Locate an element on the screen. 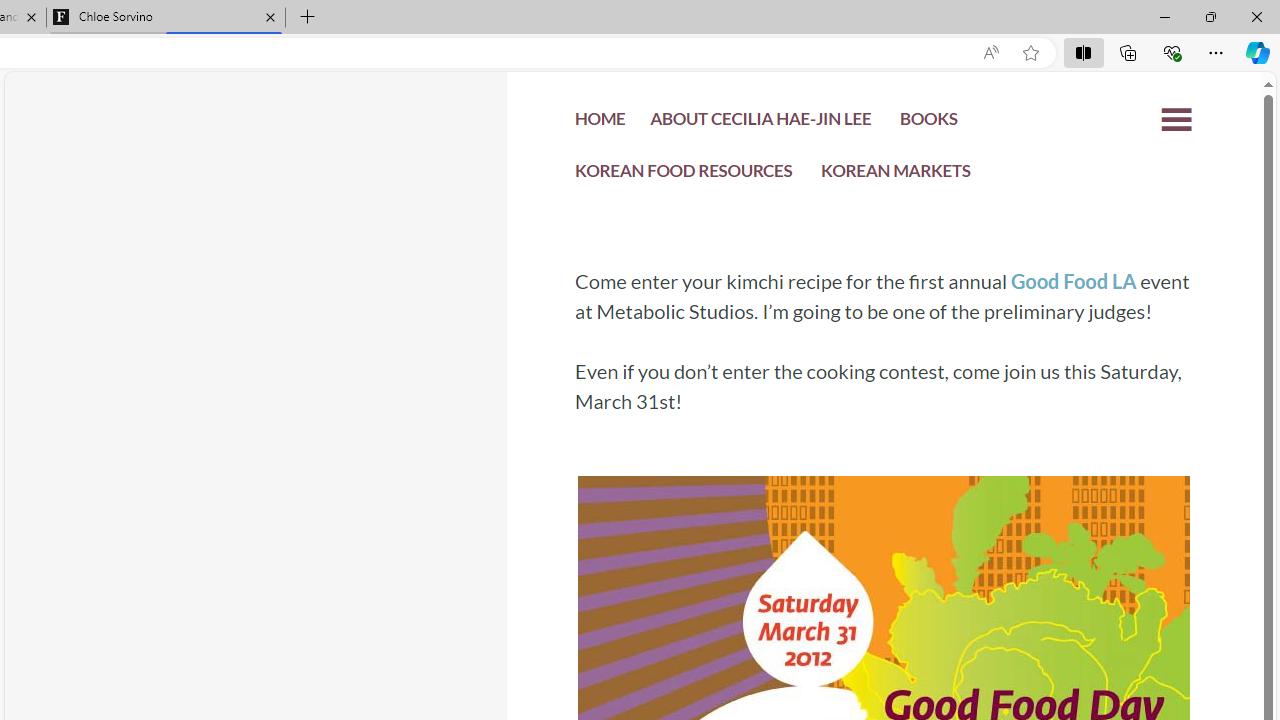 The image size is (1280, 720). 'Good Food LA' is located at coordinates (1072, 281).